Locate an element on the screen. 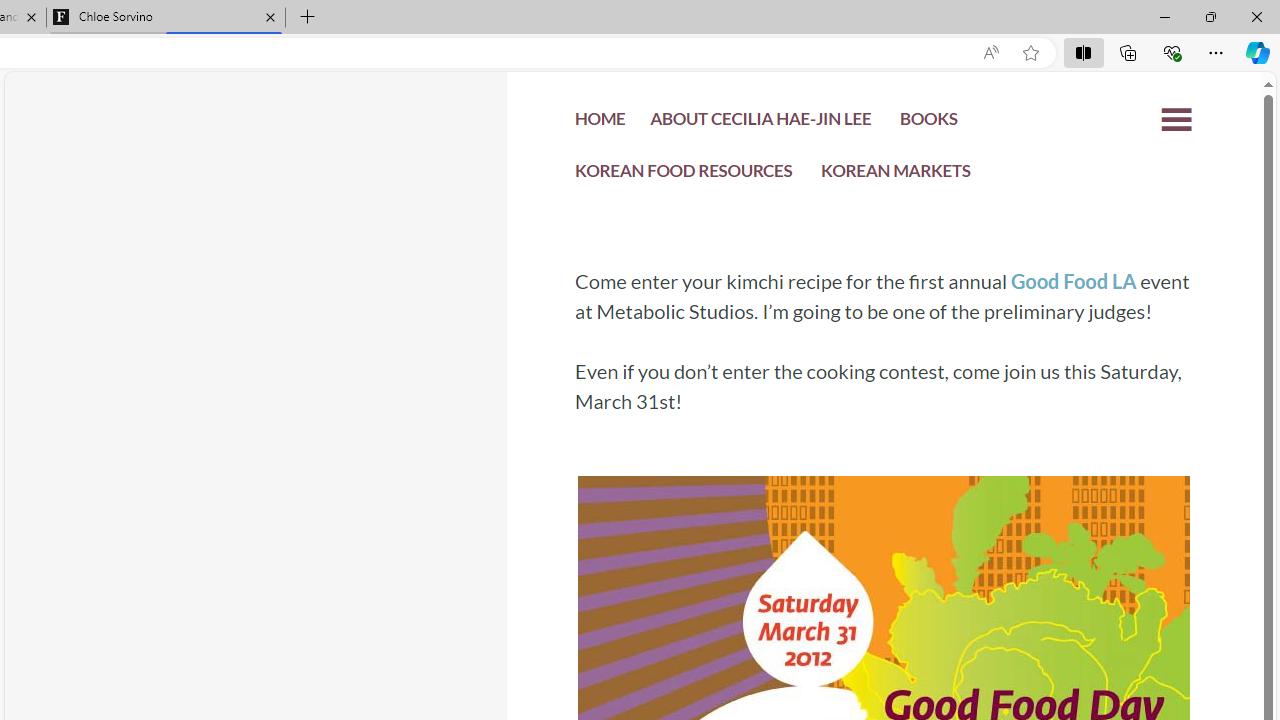 The image size is (1280, 720). 'Good Food LA' is located at coordinates (1072, 281).